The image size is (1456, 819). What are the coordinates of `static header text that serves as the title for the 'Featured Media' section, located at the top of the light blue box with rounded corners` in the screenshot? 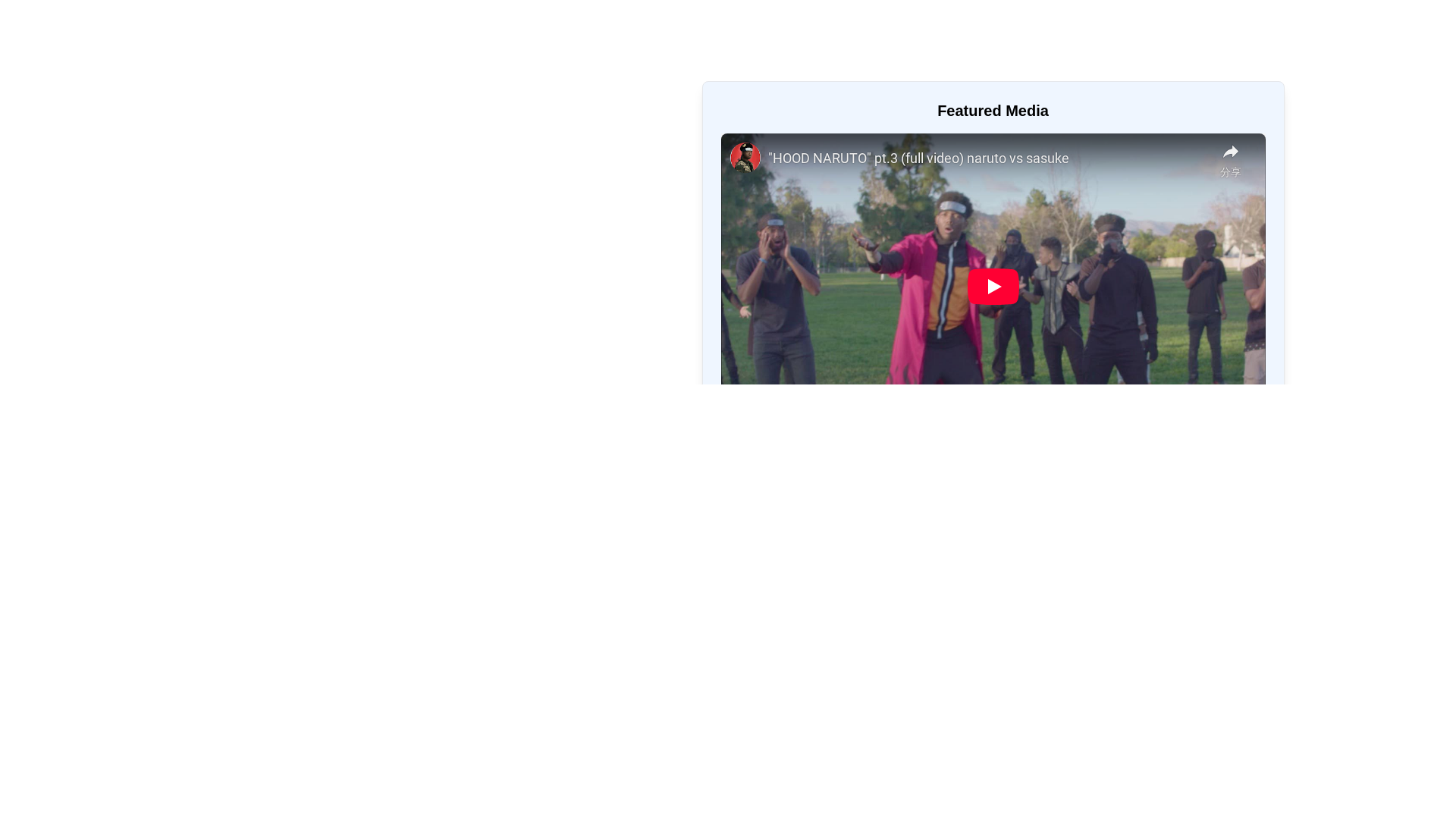 It's located at (993, 110).